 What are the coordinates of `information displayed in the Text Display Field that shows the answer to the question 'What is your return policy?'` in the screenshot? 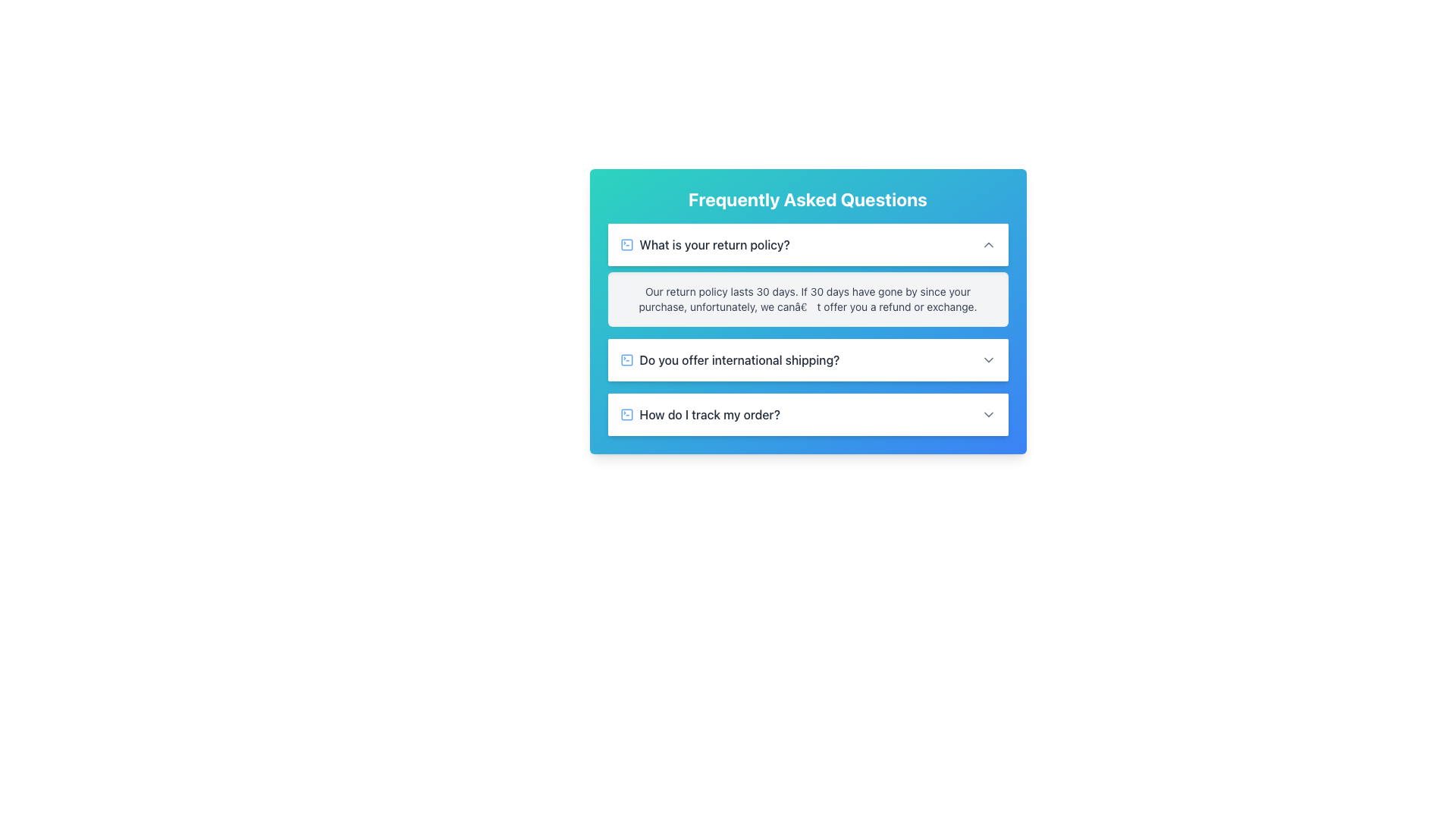 It's located at (807, 329).